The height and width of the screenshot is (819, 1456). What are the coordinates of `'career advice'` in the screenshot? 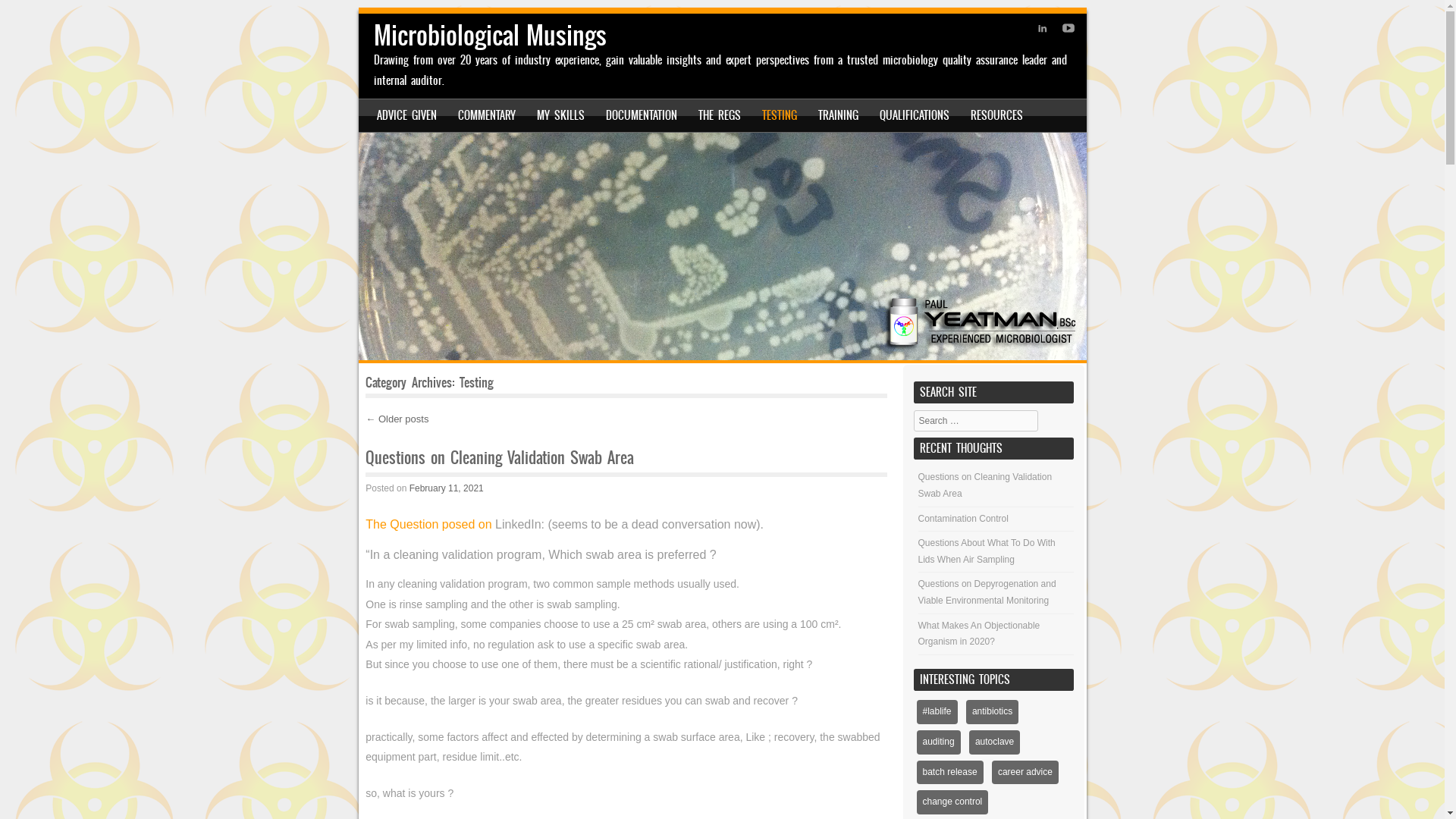 It's located at (1025, 772).